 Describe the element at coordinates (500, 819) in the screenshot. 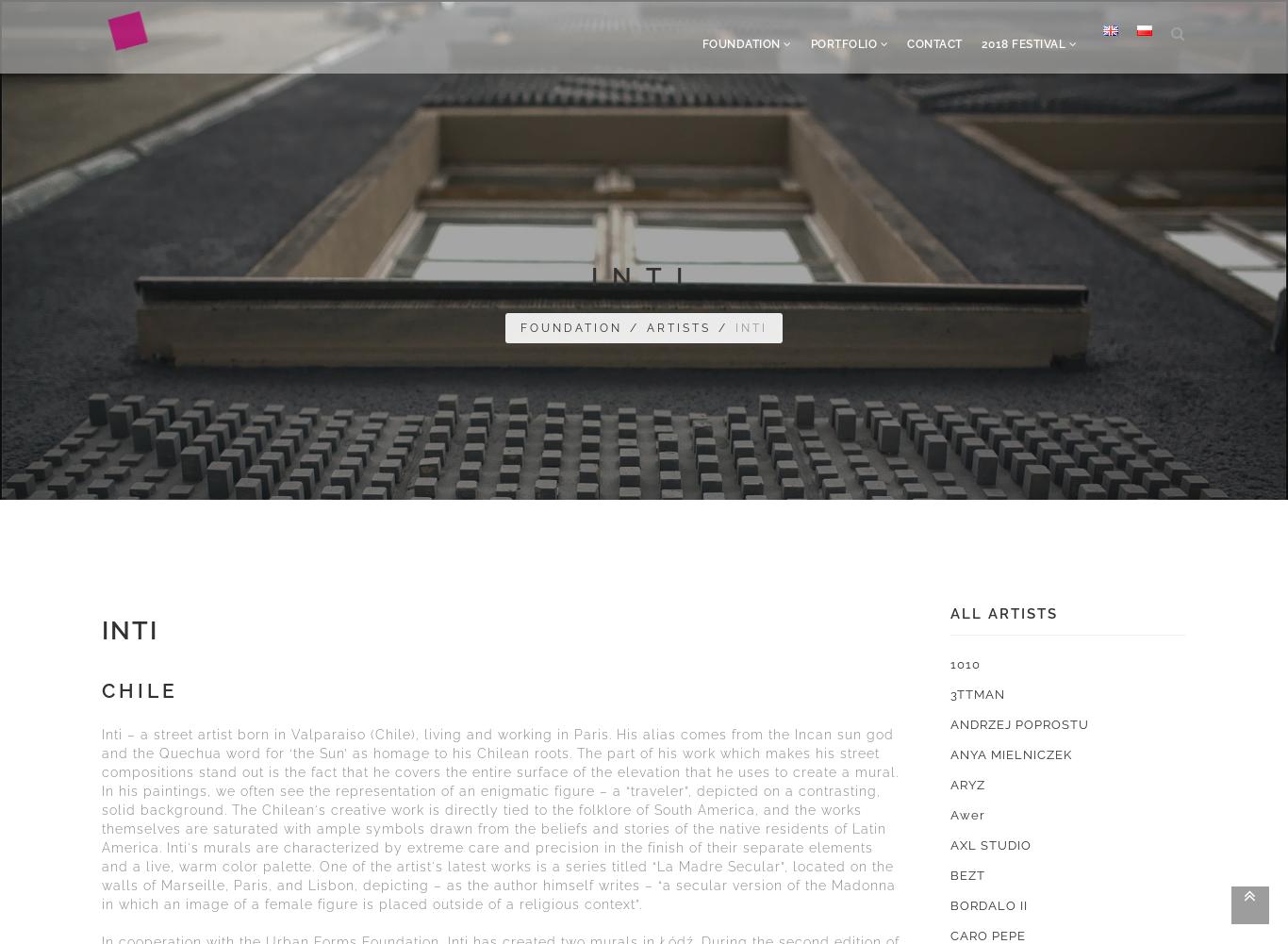

I see `'Inti – a street artist born in Valparaiso (Chile), living and working in Paris. His alias comes from the Incan sun god and the Quechua word for ‘the Sun’ as homage to his Chilean roots. The part of his work which makes his street compositions stand out is the fact that he covers the entire surface of the elevation that he uses to create a mural. In his paintings, we often see the representation of an enigmatic figure – a “traveler”, depicted on a contrasting, solid background. The Chilean's creative work is directly tied to the folklore of South America, and the works themselves are saturated with ample symbols drawn from the beliefs and stories of the native residents of Latin America. Inti's murals are characterized by extreme care and precision in the finish of their separate elements and a live, warm color palette. One of the artist's latest works is a series titled “La Madre Secular”, located on the walls of Marseille, Paris, and Lisbon, depicting – as the author himself writes – “a secular version of the Madonna in which an image of a female figure is placed outside of a religious context”.'` at that location.